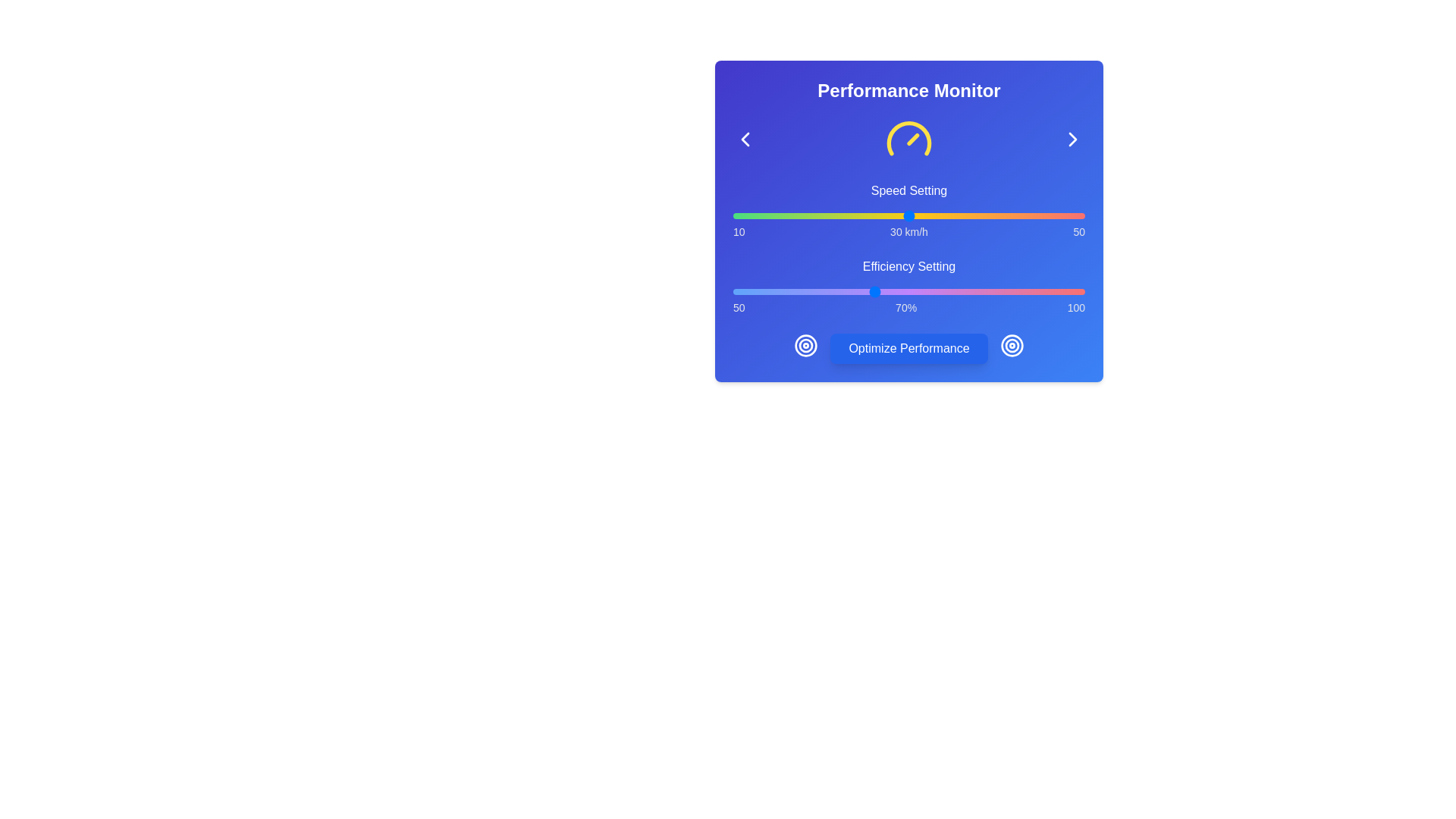  Describe the element at coordinates (1072, 140) in the screenshot. I see `right-chevron button to navigate forward` at that location.